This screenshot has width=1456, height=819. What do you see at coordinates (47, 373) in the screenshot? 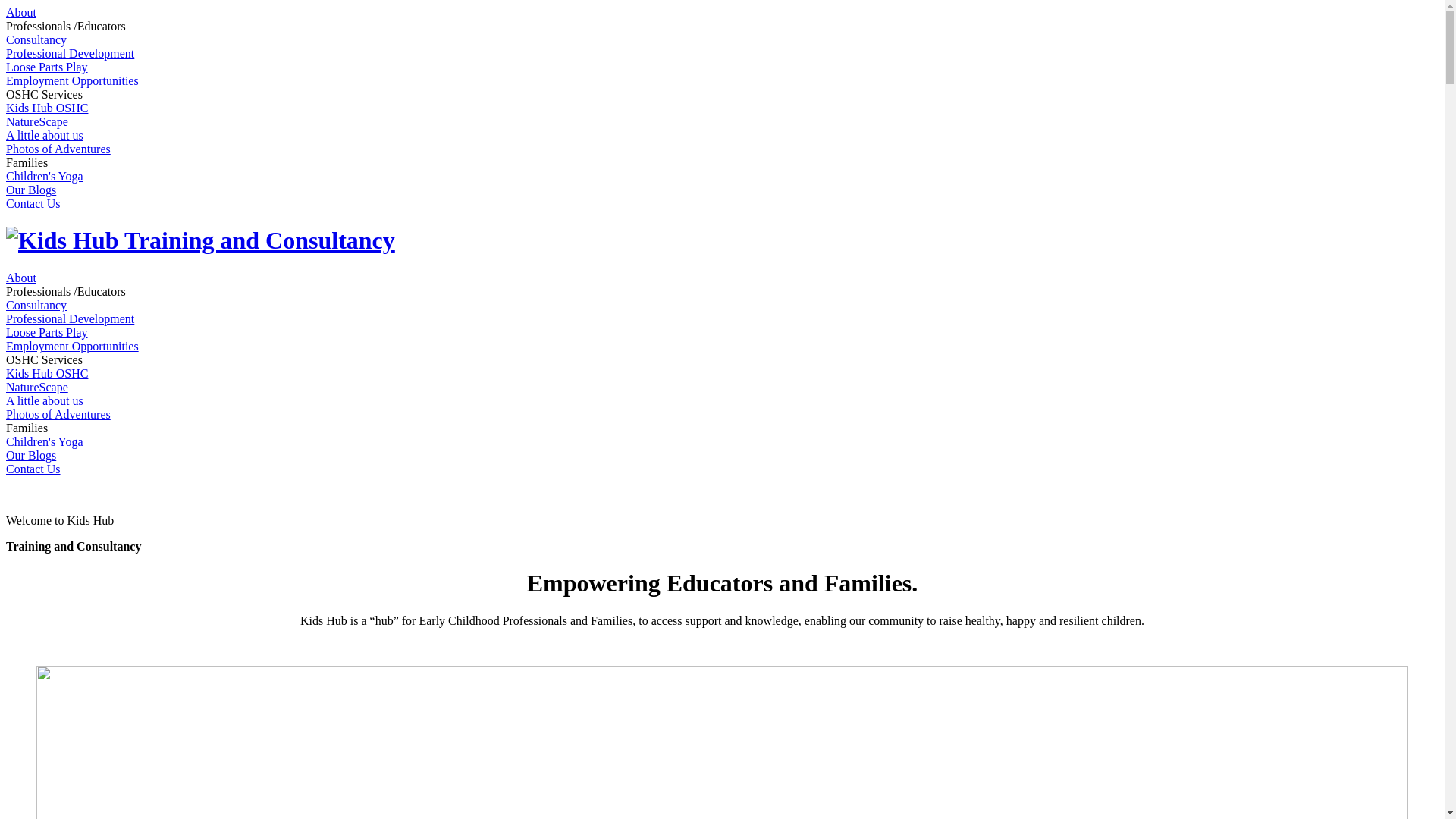
I see `'Kids Hub OSHC'` at bounding box center [47, 373].